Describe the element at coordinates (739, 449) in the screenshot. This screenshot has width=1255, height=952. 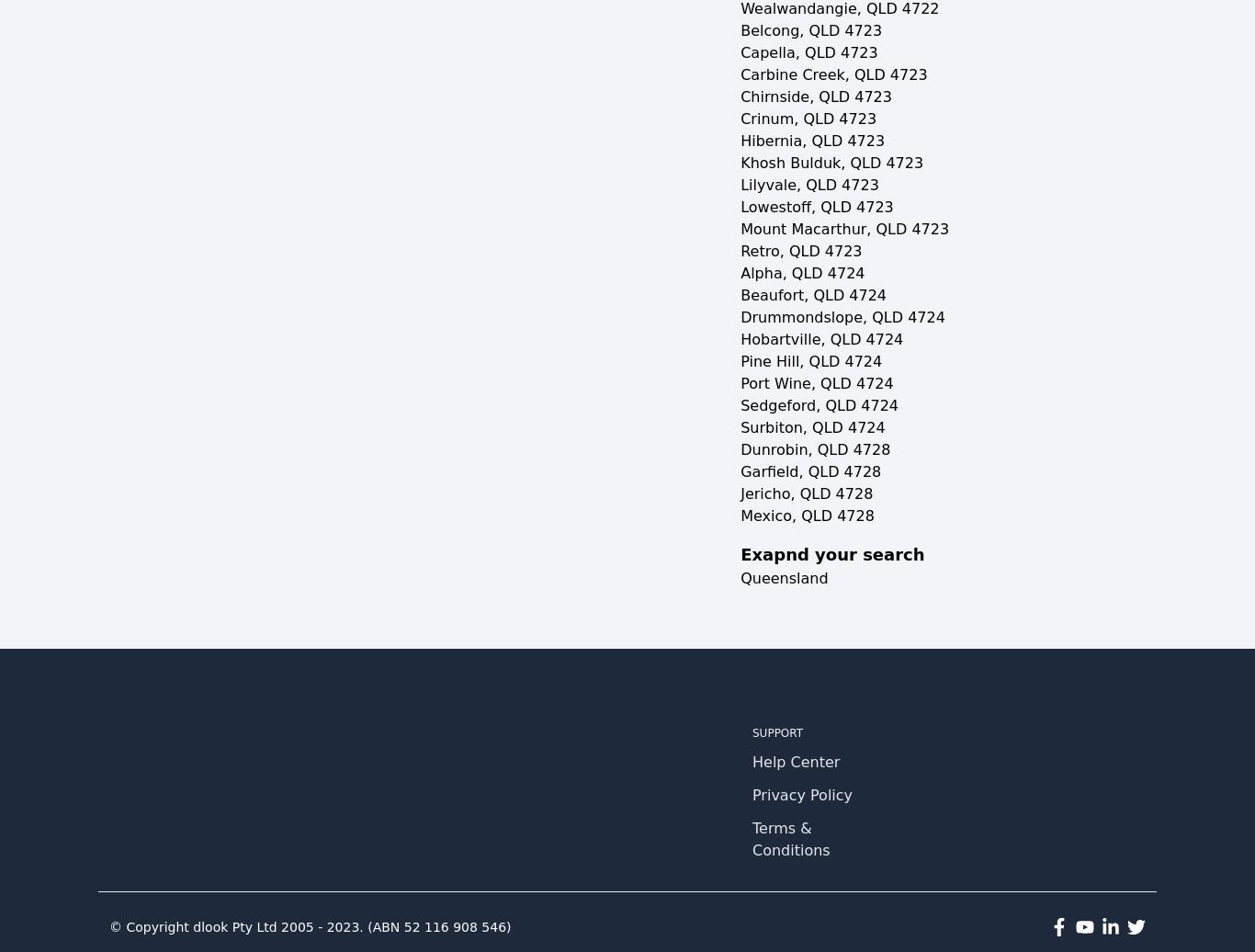
I see `'Dunrobin, QLD 4728'` at that location.